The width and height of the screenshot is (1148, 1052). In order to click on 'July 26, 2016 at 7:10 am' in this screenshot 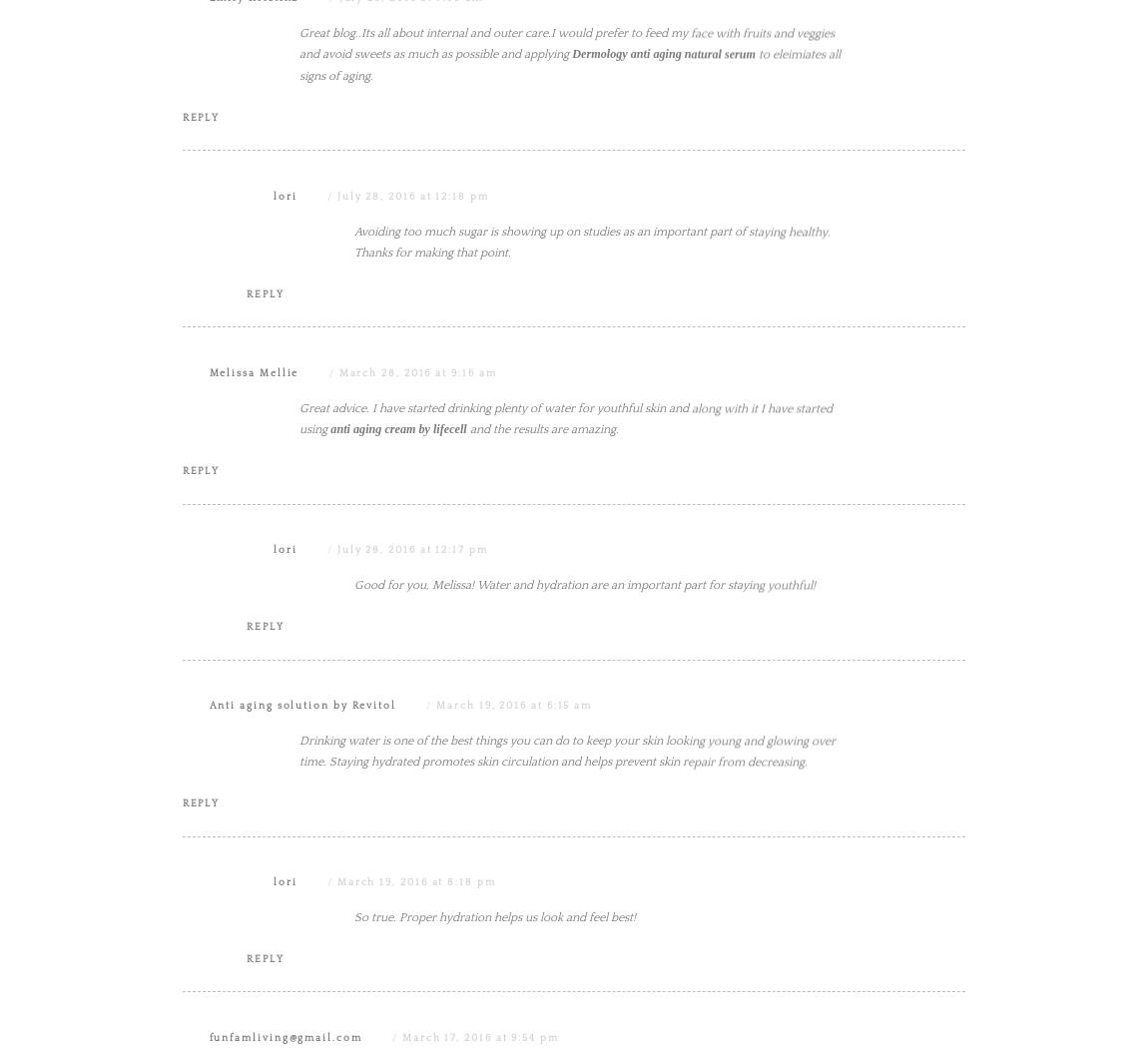, I will do `click(410, 197)`.